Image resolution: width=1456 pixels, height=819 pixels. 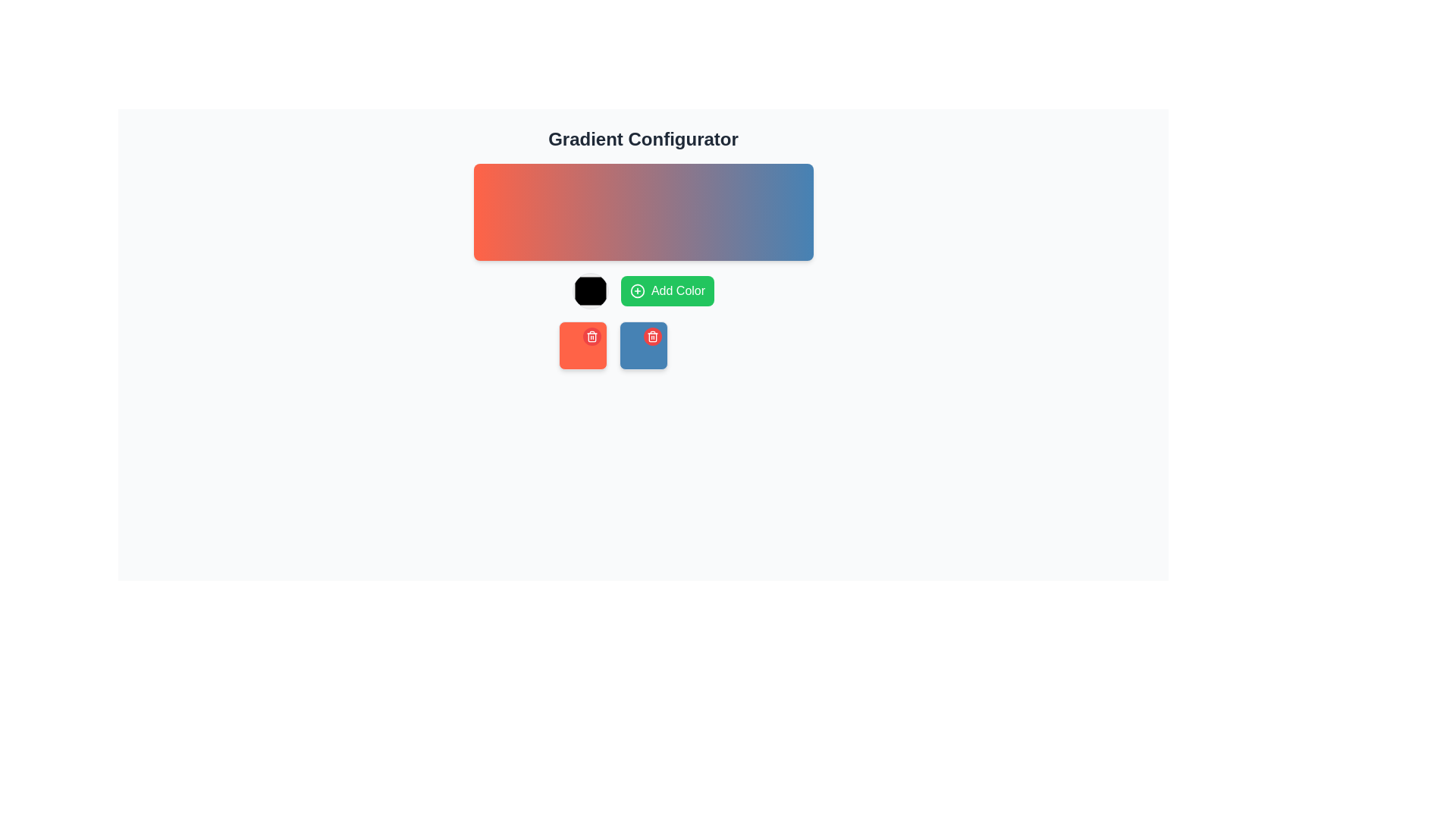 What do you see at coordinates (582, 345) in the screenshot?
I see `the trash icon on the leftmost color block in the gradient configurator` at bounding box center [582, 345].